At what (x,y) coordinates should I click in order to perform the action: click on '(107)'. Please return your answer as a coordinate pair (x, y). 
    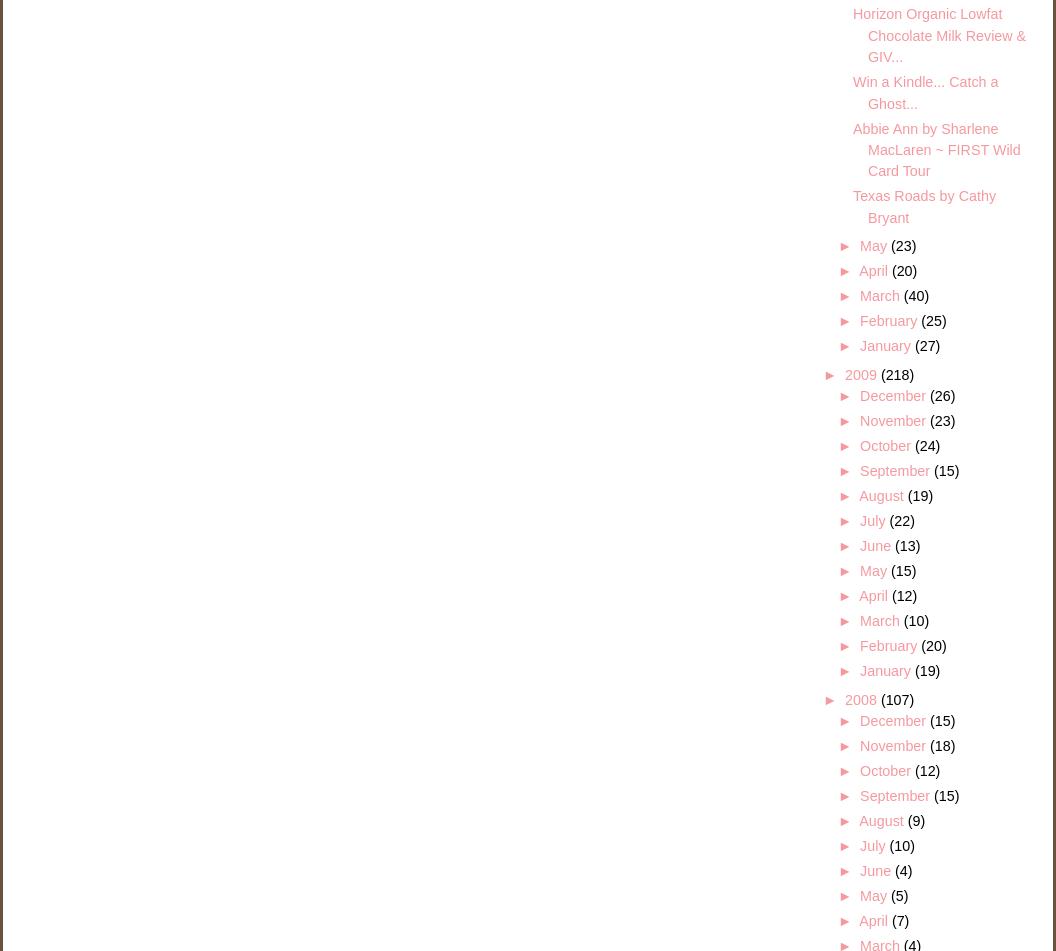
    Looking at the image, I should click on (895, 699).